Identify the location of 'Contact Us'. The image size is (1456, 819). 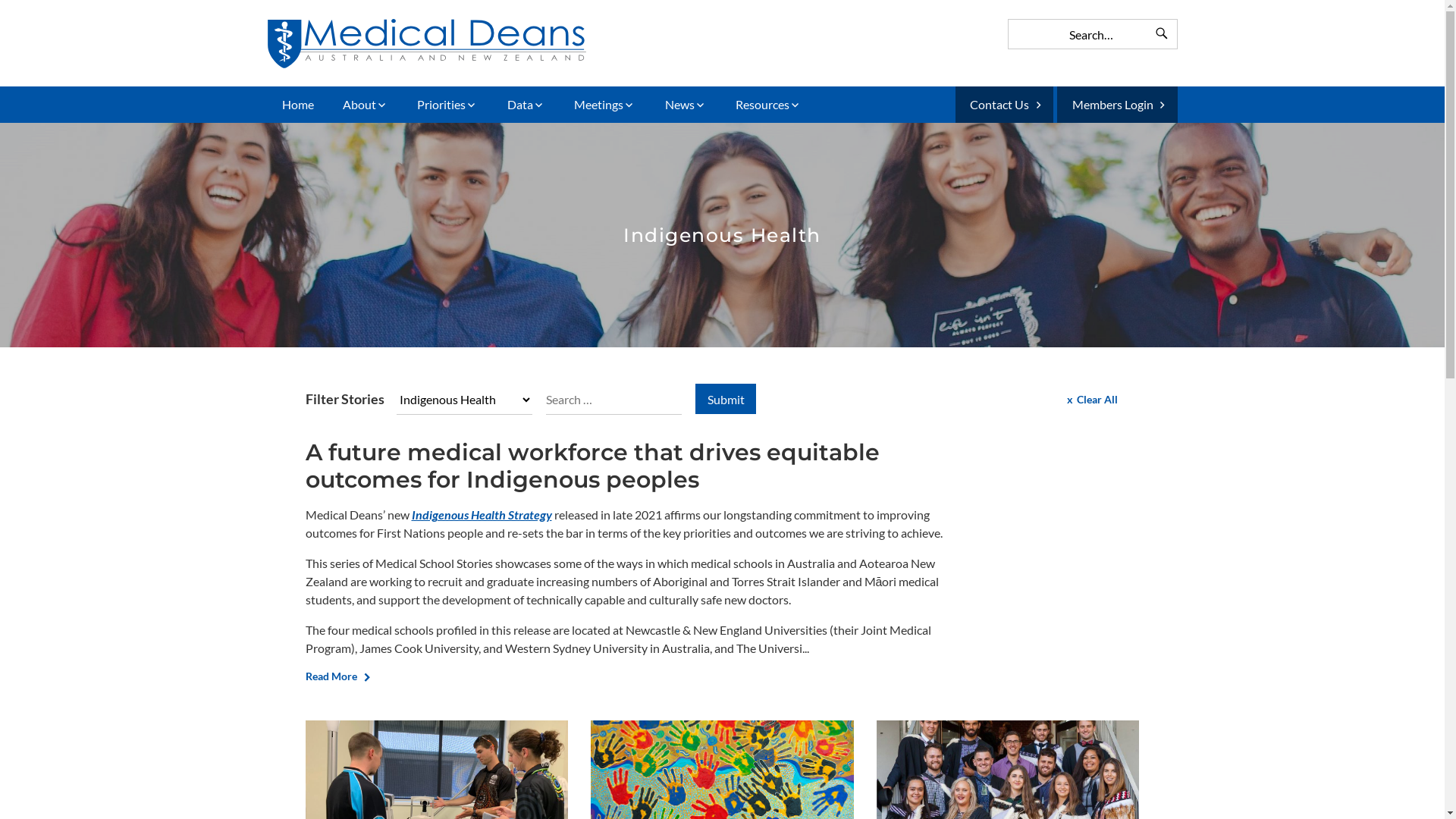
(1004, 104).